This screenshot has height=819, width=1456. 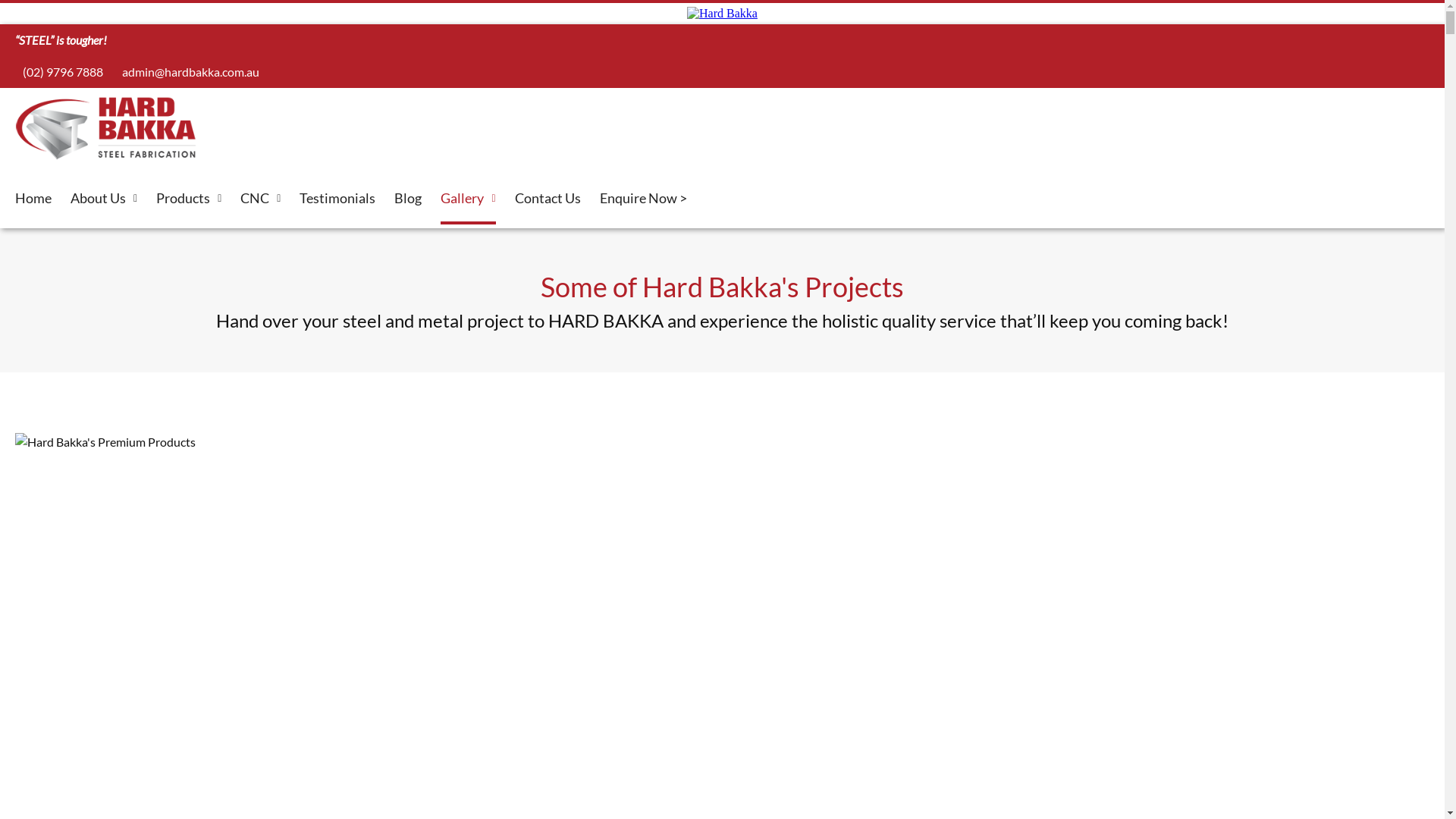 I want to click on 'Products', so click(x=156, y=199).